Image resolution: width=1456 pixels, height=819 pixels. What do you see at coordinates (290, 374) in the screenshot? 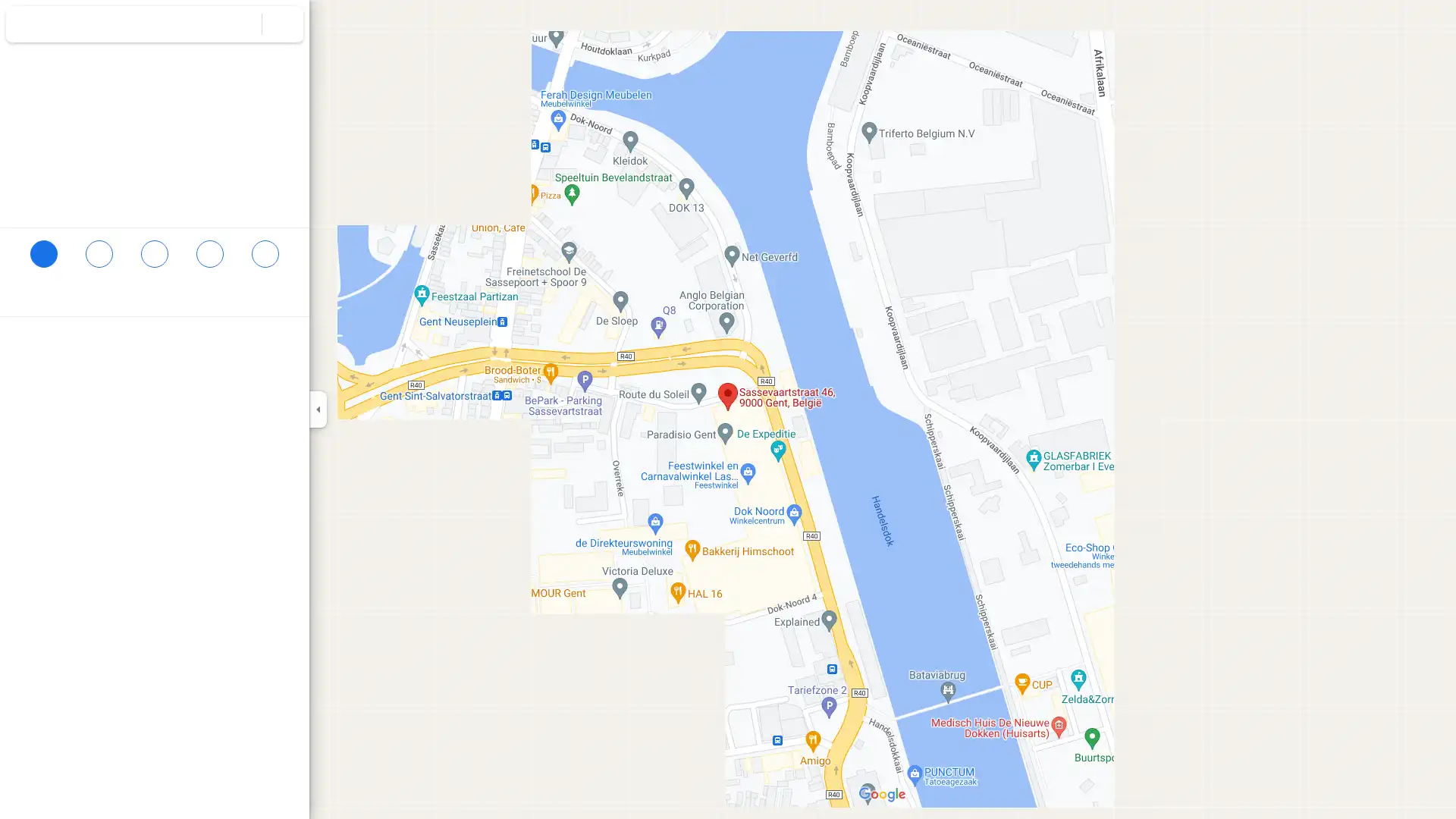
I see `Meer informatie over Plus Codes` at bounding box center [290, 374].